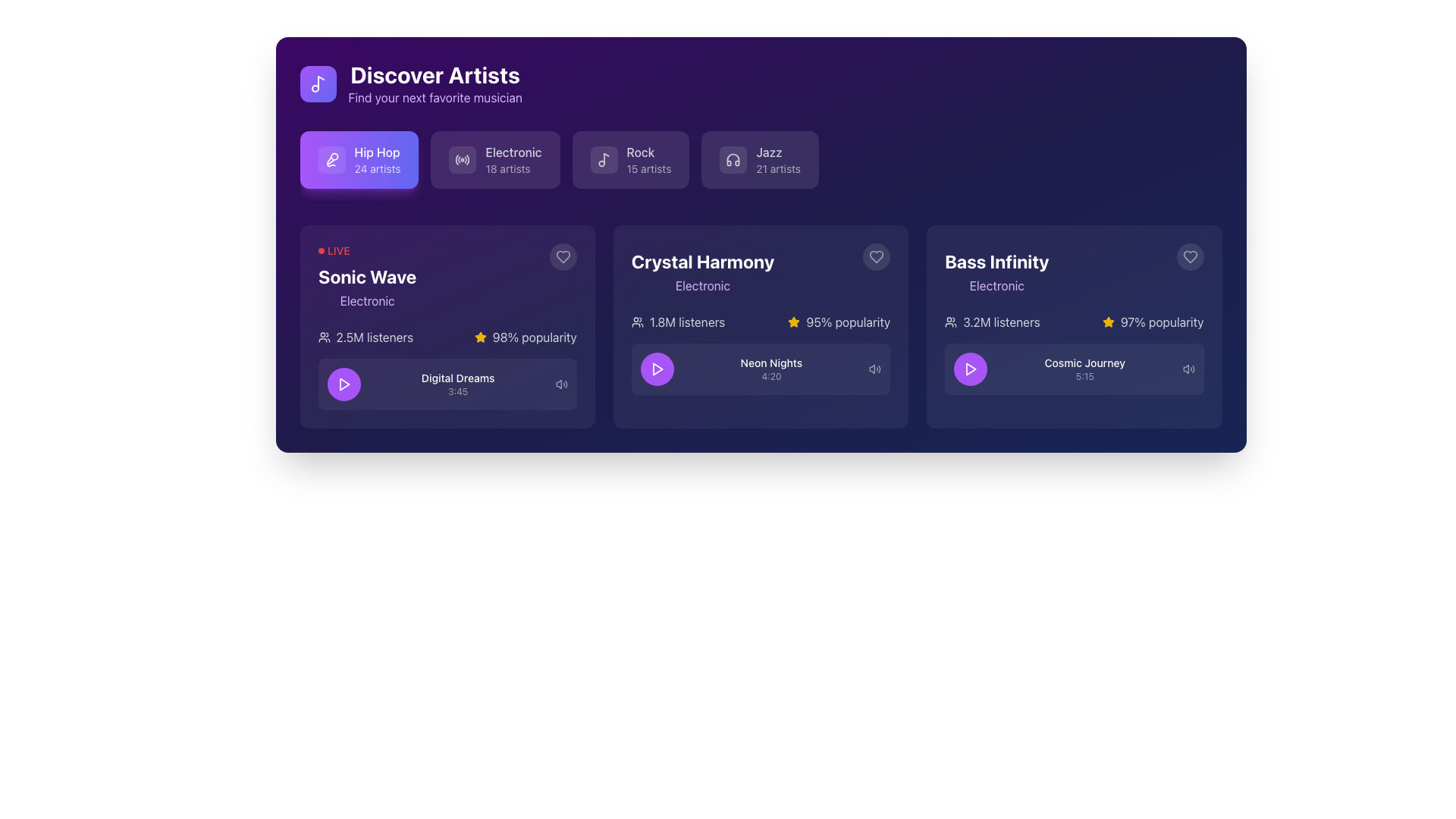 This screenshot has width=1456, height=819. Describe the element at coordinates (378, 169) in the screenshot. I see `the information provided in the text label situated below the 'Hip Hop' category button, which indicates the number of associated items` at that location.